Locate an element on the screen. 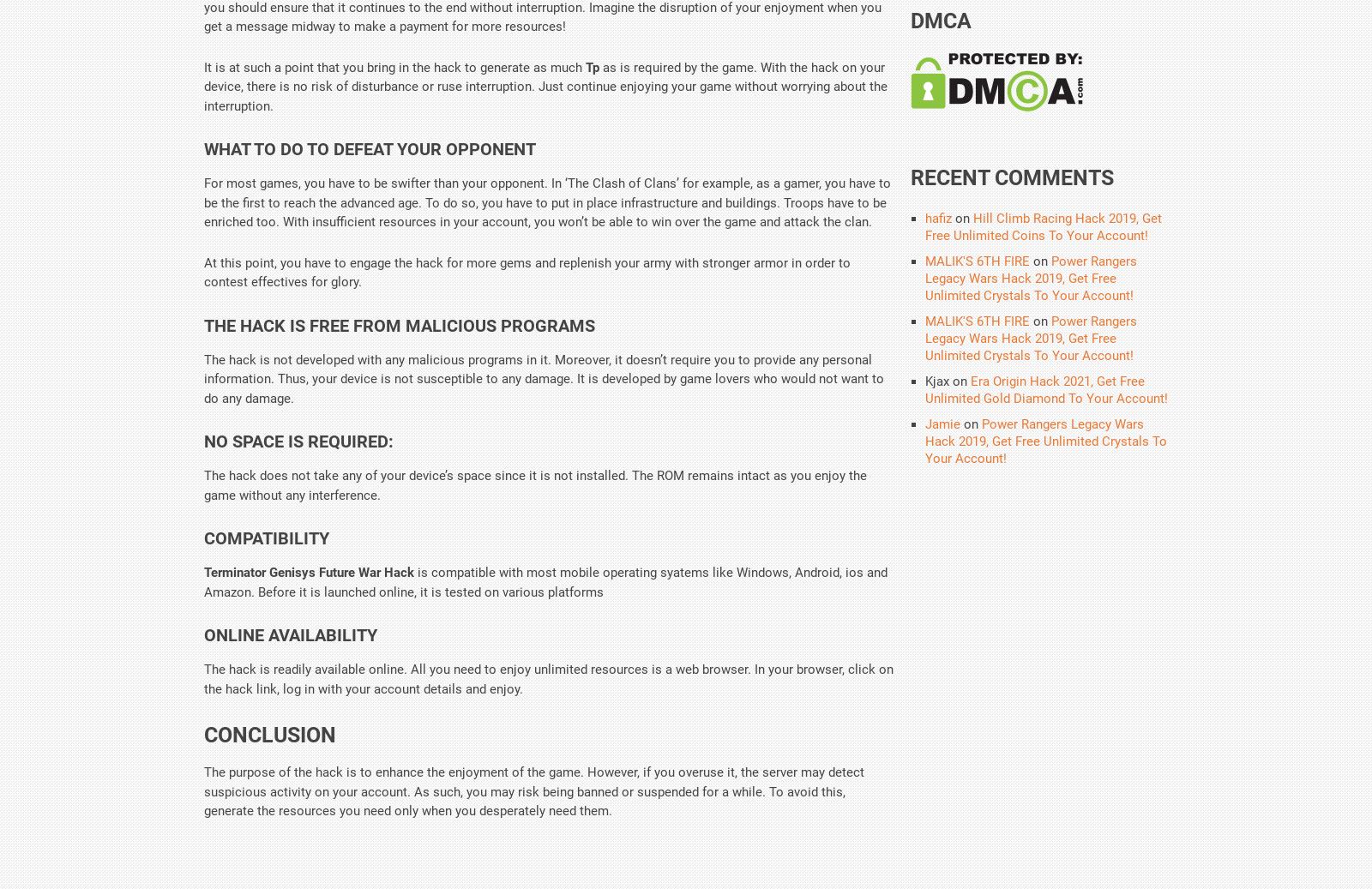  'No Space is Required:' is located at coordinates (203, 440).